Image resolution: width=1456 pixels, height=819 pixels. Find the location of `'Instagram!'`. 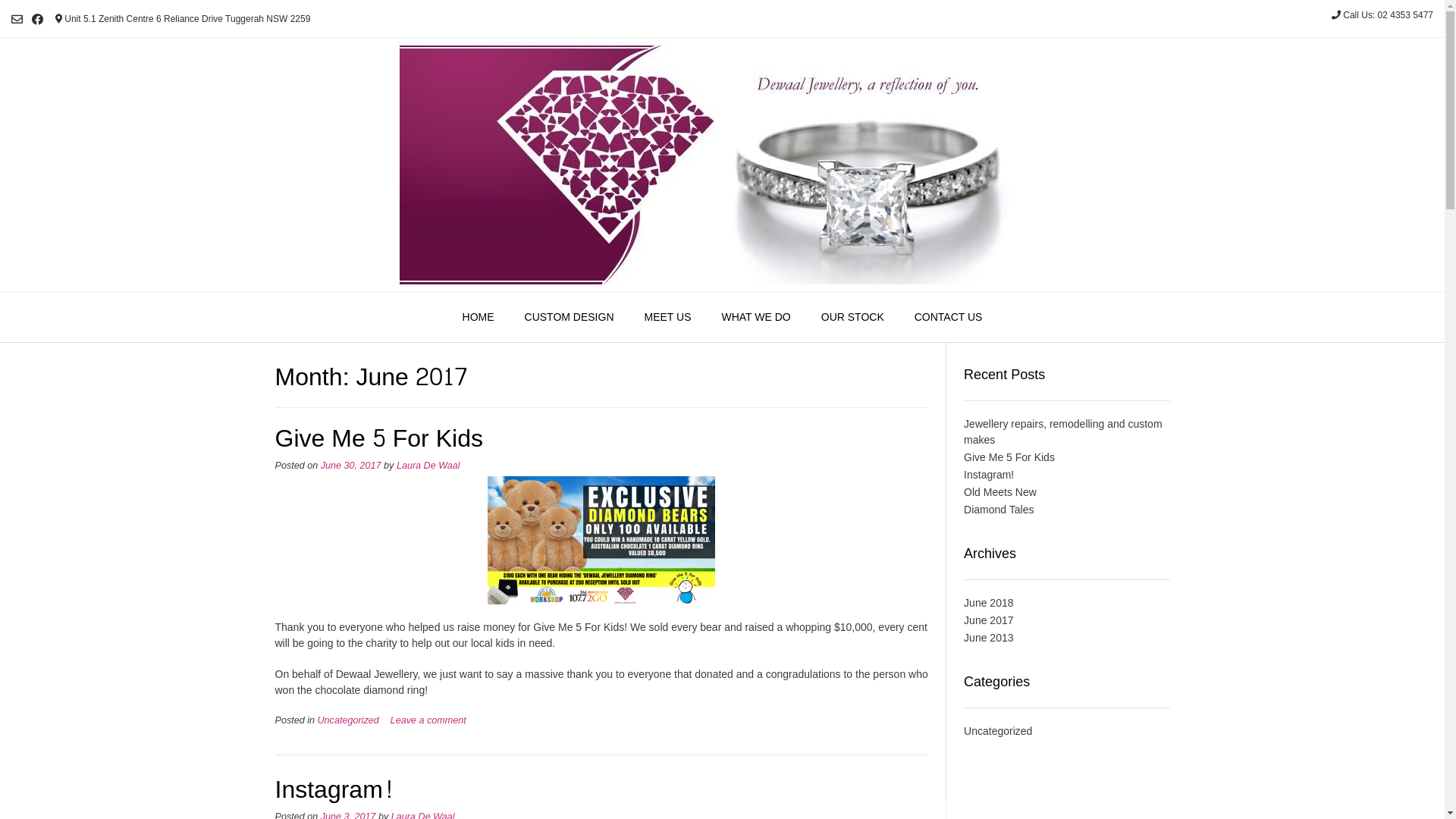

'Instagram!' is located at coordinates (989, 473).